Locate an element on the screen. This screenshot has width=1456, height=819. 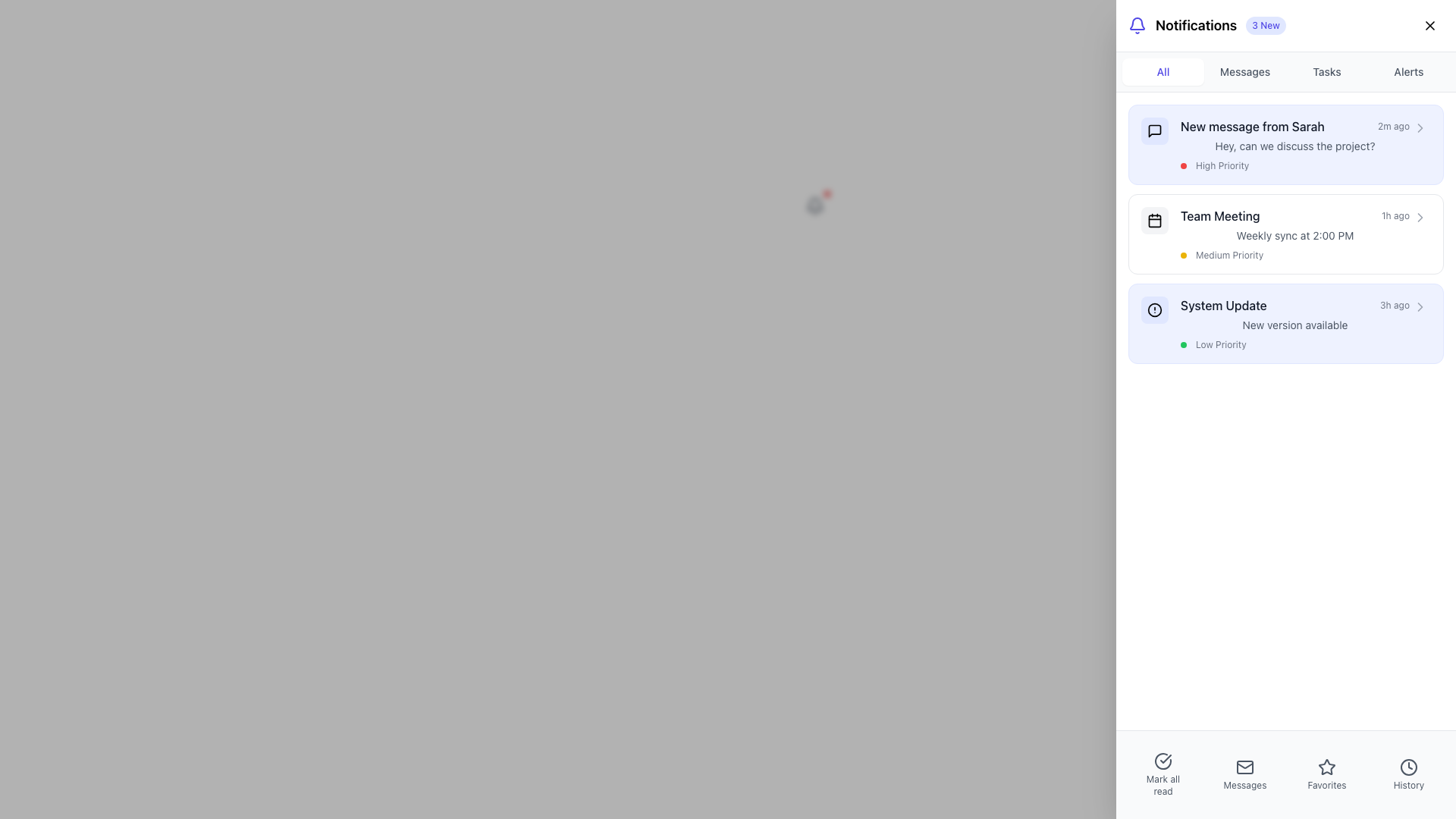
the star icon button representing 'Favorites' in the bottom navigation bar is located at coordinates (1326, 767).